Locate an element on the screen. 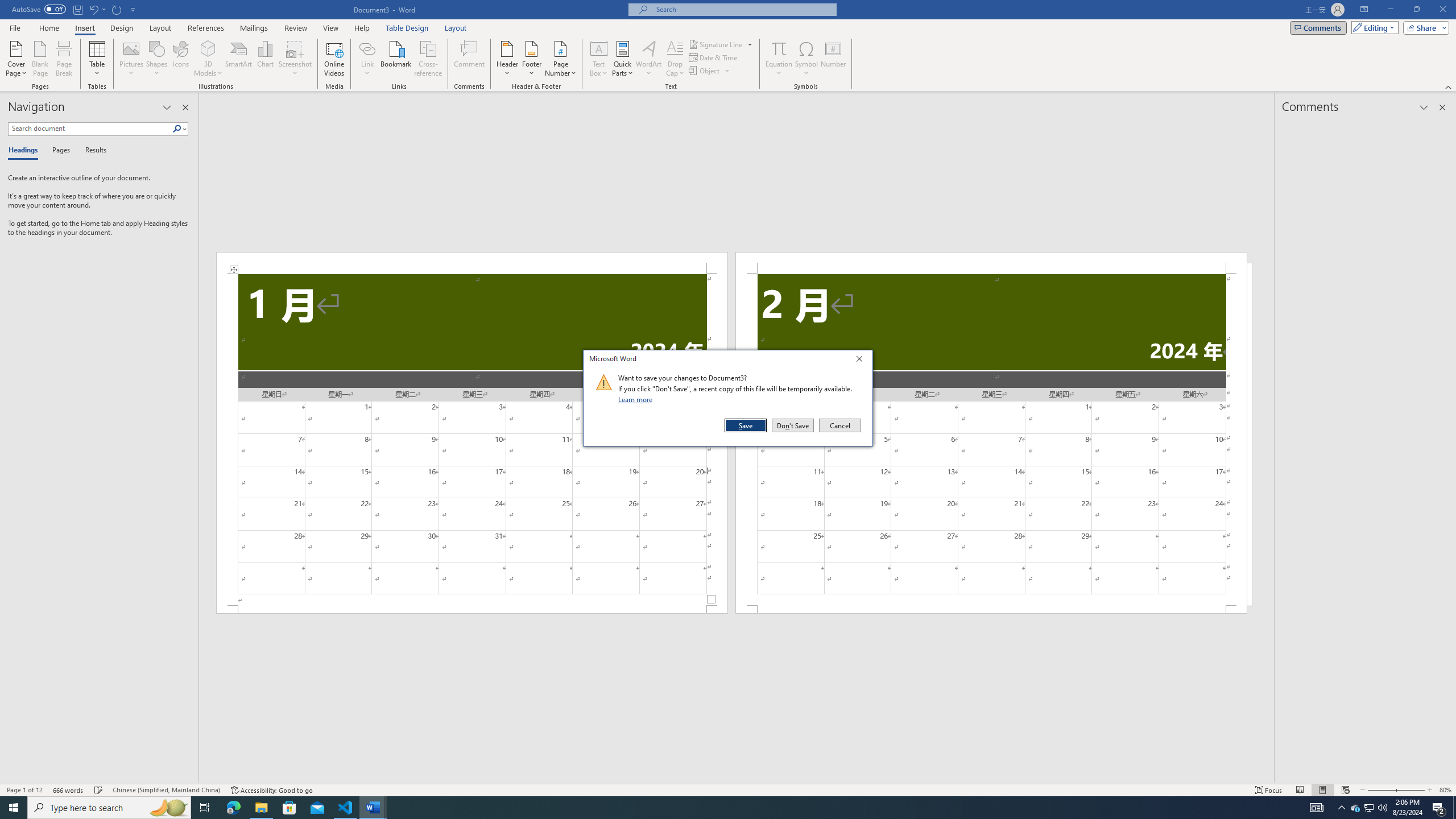  'Word Count 666 words' is located at coordinates (69, 790).